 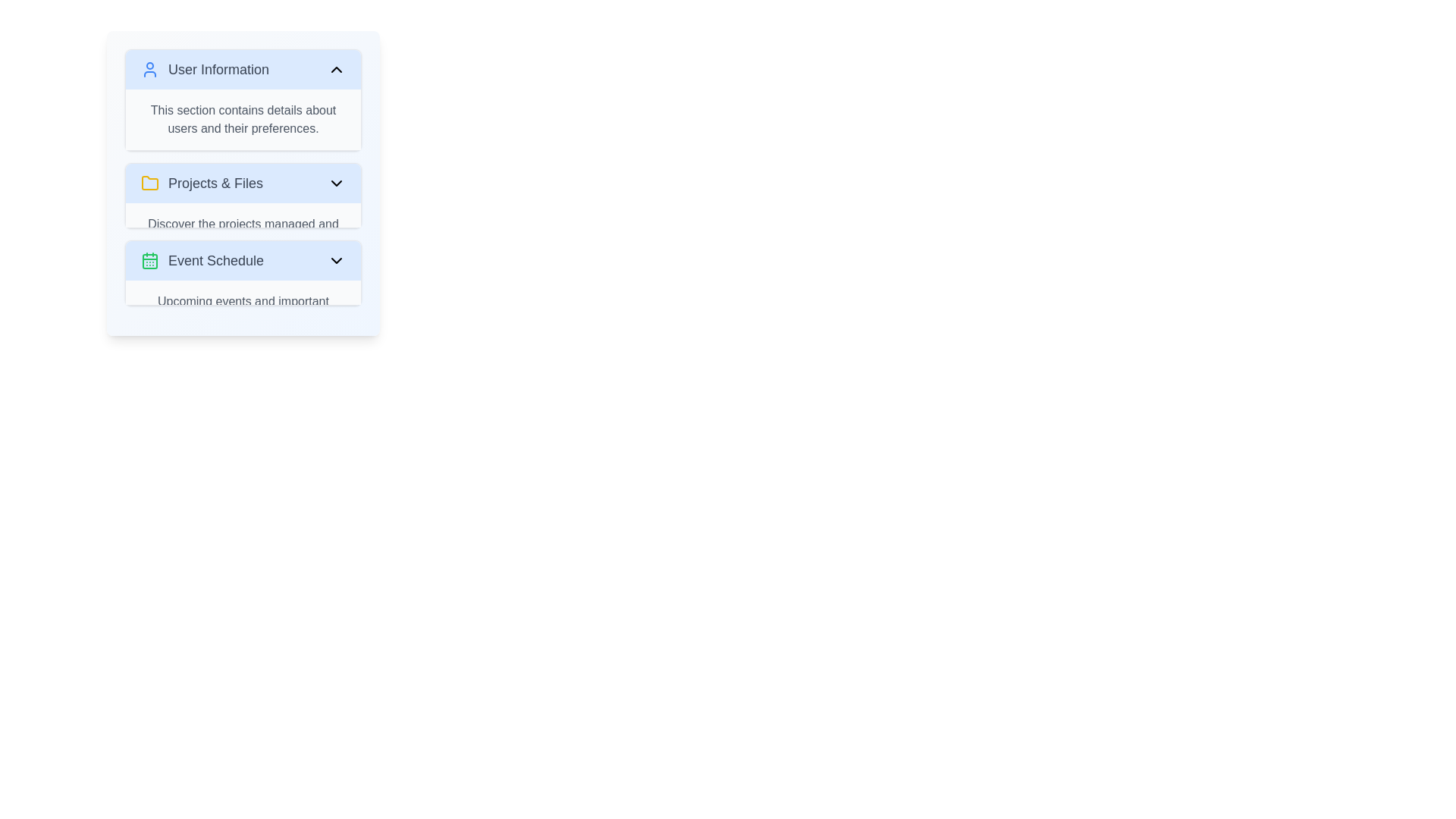 What do you see at coordinates (243, 183) in the screenshot?
I see `the collapsible header button for the 'Projects & Files' section` at bounding box center [243, 183].